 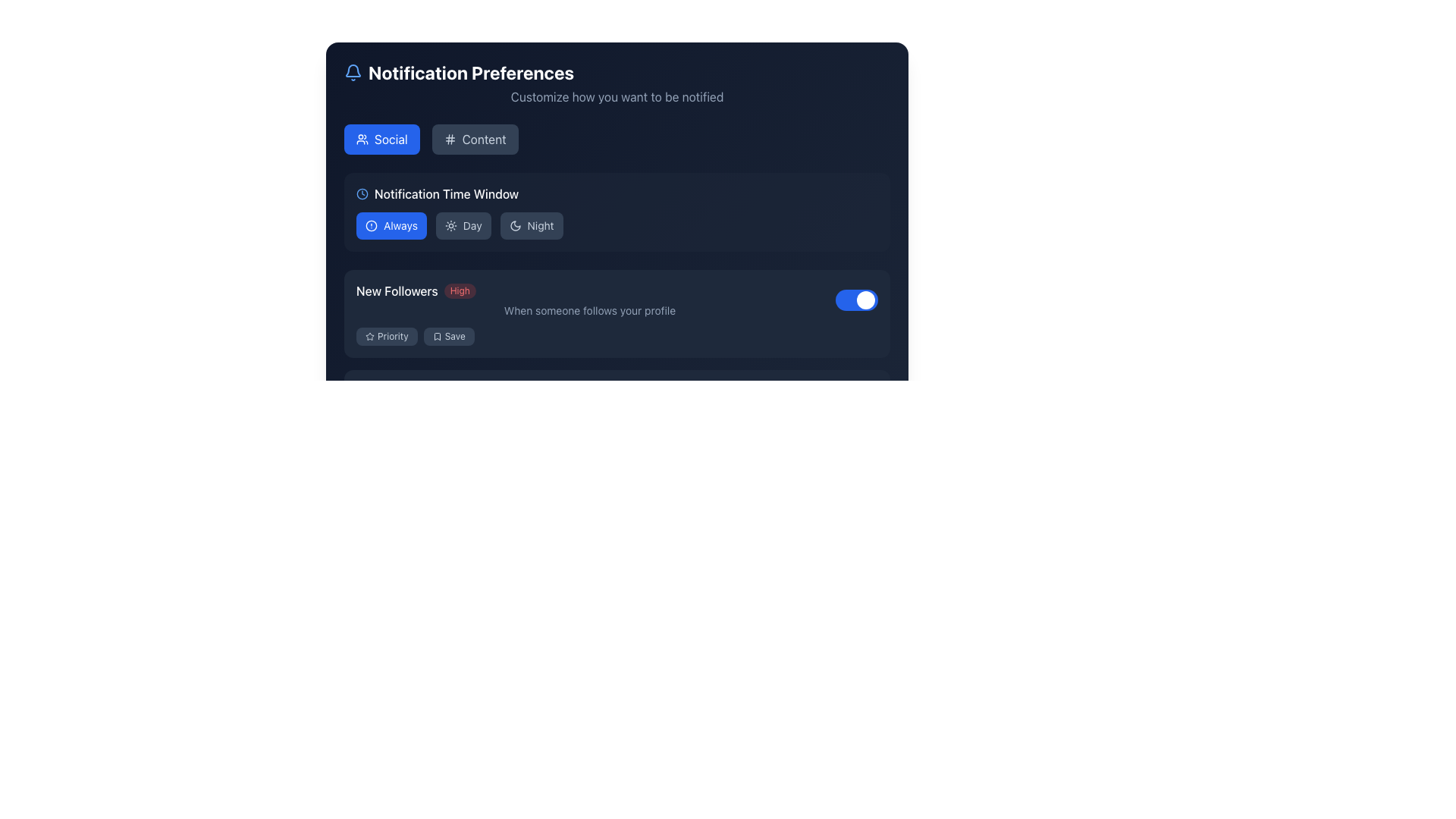 What do you see at coordinates (447, 335) in the screenshot?
I see `the second button in the 'New Followers' section, located to the right of the 'Priority' button` at bounding box center [447, 335].